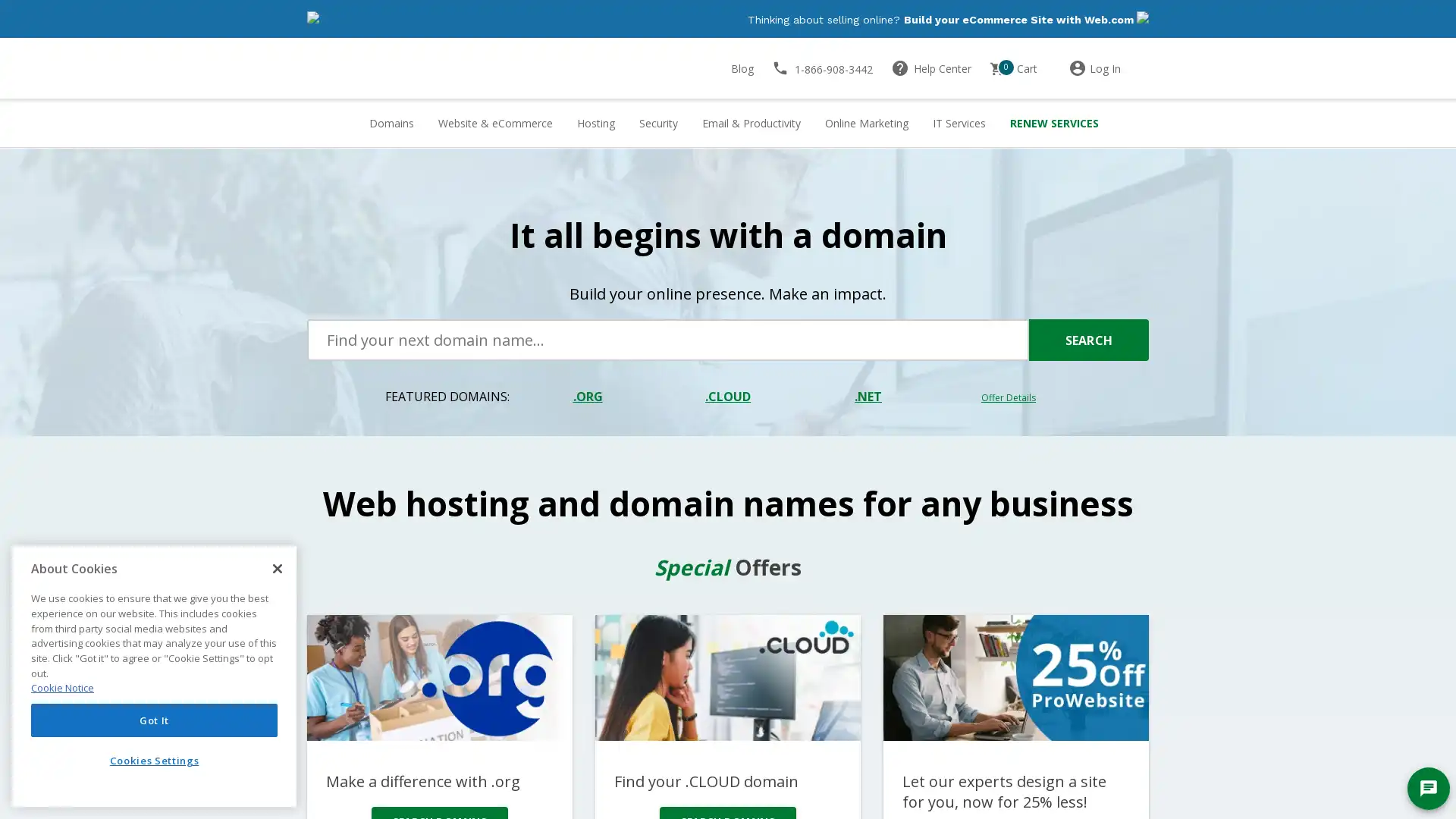  What do you see at coordinates (154, 719) in the screenshot?
I see `Got It` at bounding box center [154, 719].